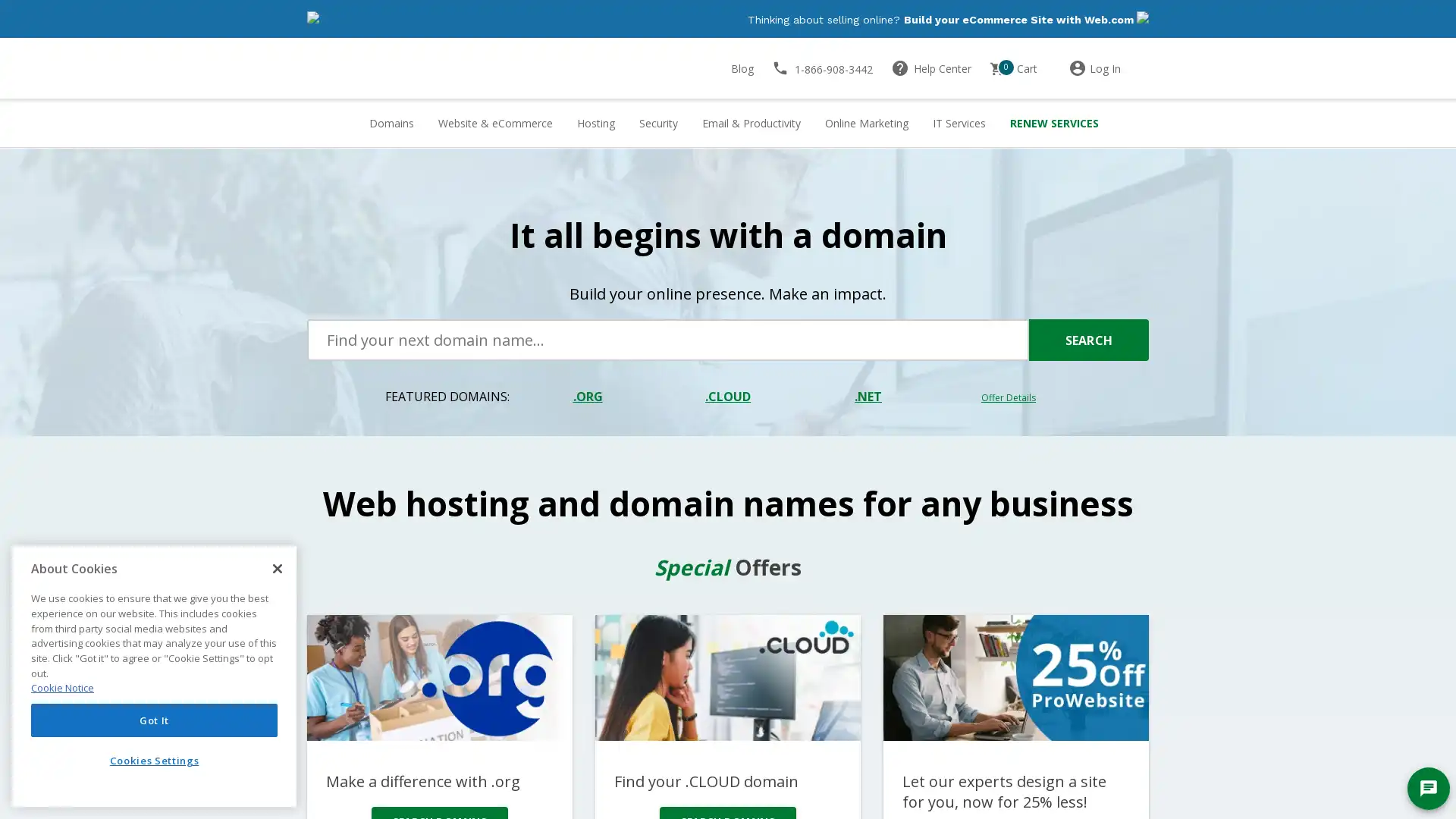  What do you see at coordinates (154, 719) in the screenshot?
I see `Got It` at bounding box center [154, 719].